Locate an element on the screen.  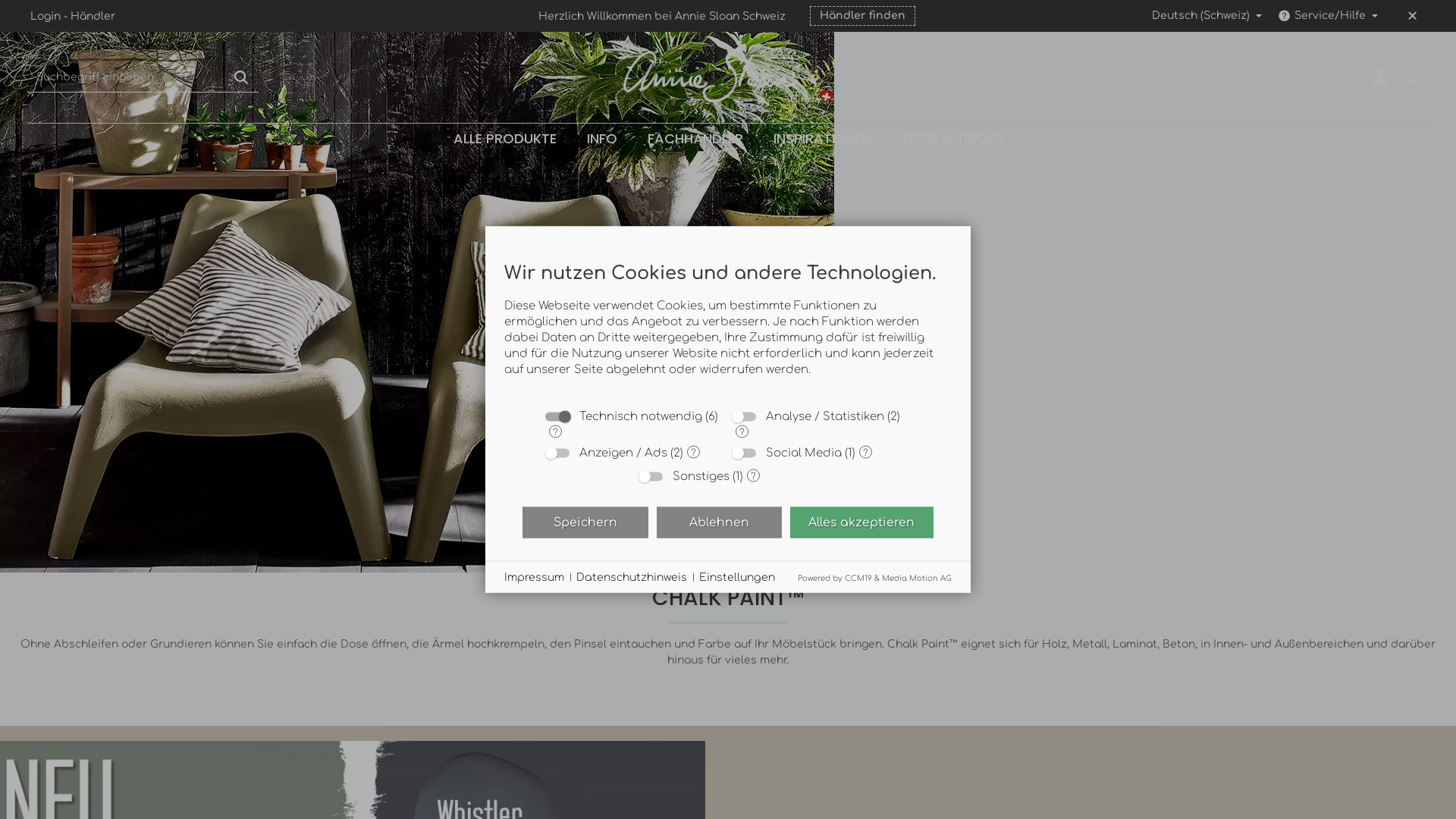
'Deutsch (Schweiz)' is located at coordinates (1143, 15).